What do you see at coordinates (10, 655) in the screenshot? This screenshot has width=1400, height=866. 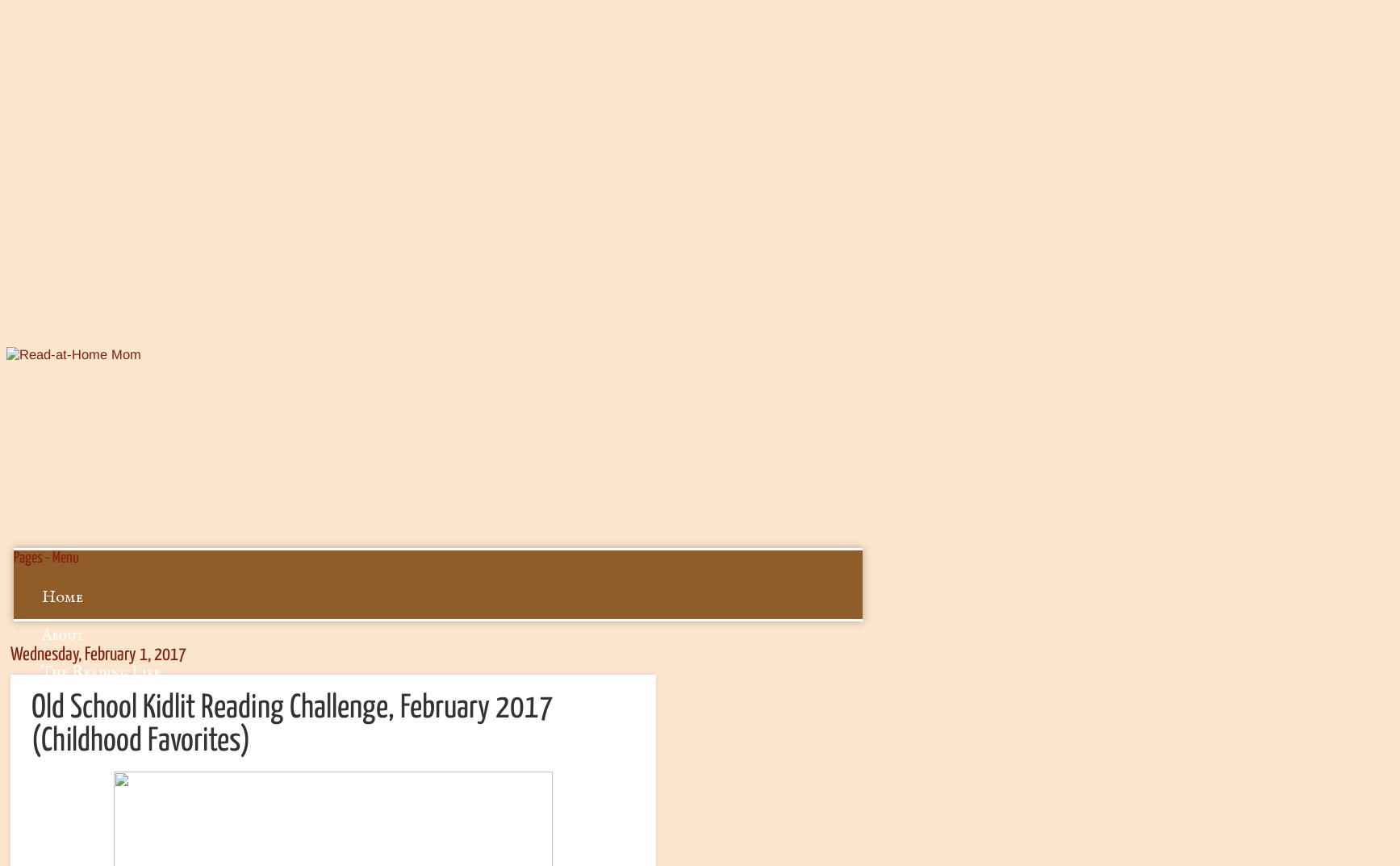 I see `'Wednesday, February 1, 2017'` at bounding box center [10, 655].